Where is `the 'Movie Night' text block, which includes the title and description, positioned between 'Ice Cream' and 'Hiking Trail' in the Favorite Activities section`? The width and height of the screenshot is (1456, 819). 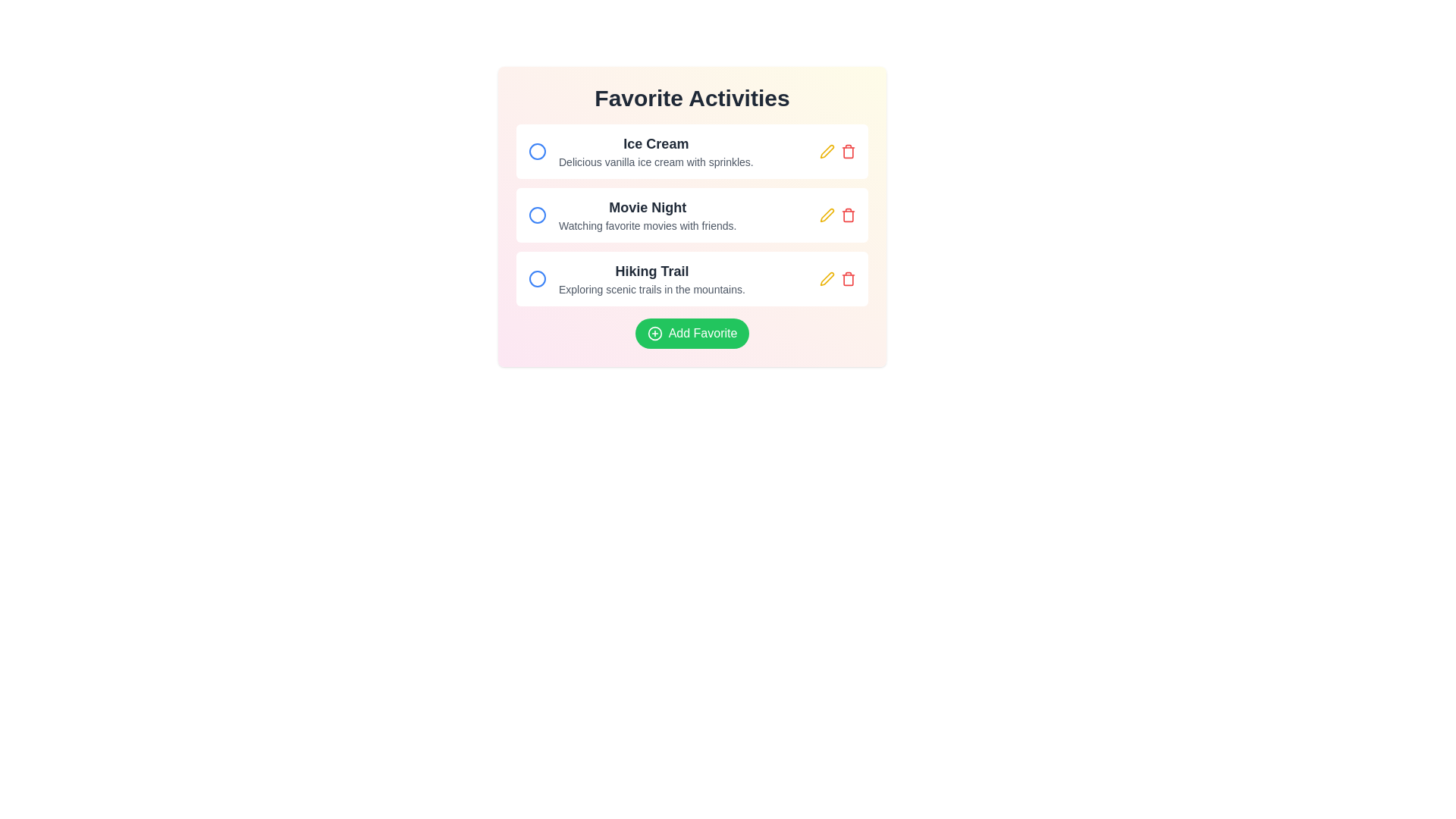
the 'Movie Night' text block, which includes the title and description, positioned between 'Ice Cream' and 'Hiking Trail' in the Favorite Activities section is located at coordinates (648, 215).